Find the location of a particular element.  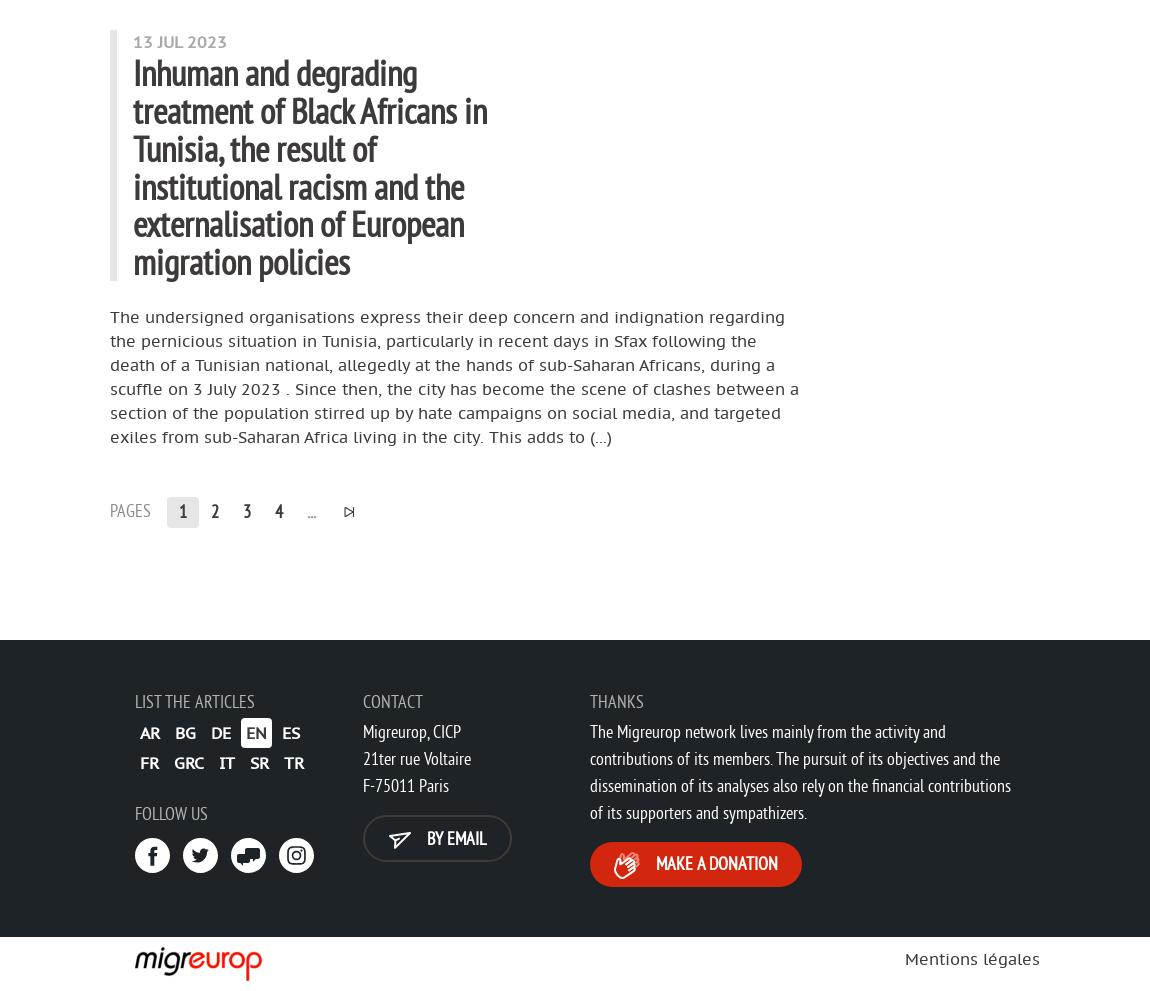

'Make a donation' is located at coordinates (651, 862).